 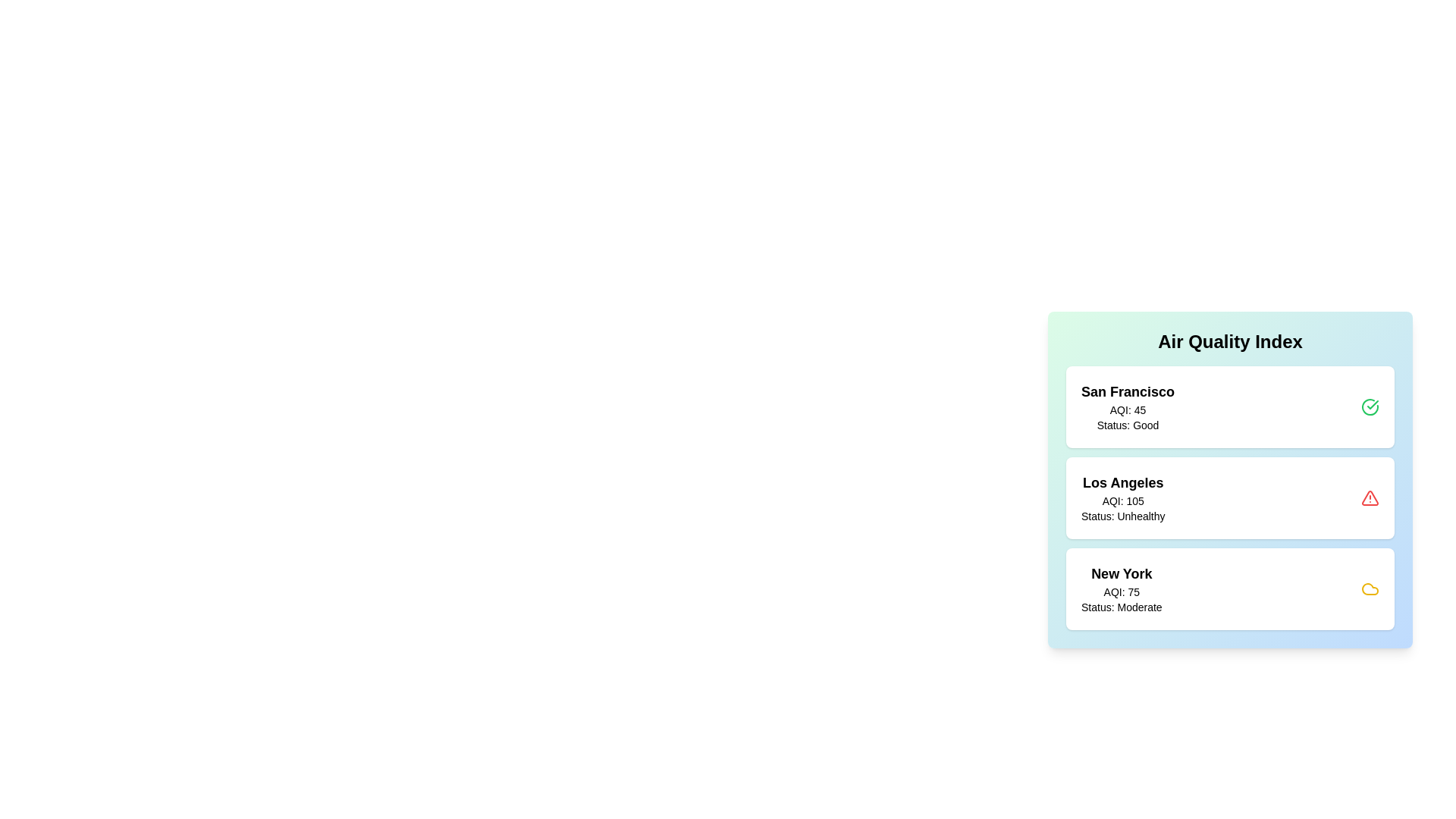 I want to click on the location card for Los Angeles, so click(x=1230, y=497).